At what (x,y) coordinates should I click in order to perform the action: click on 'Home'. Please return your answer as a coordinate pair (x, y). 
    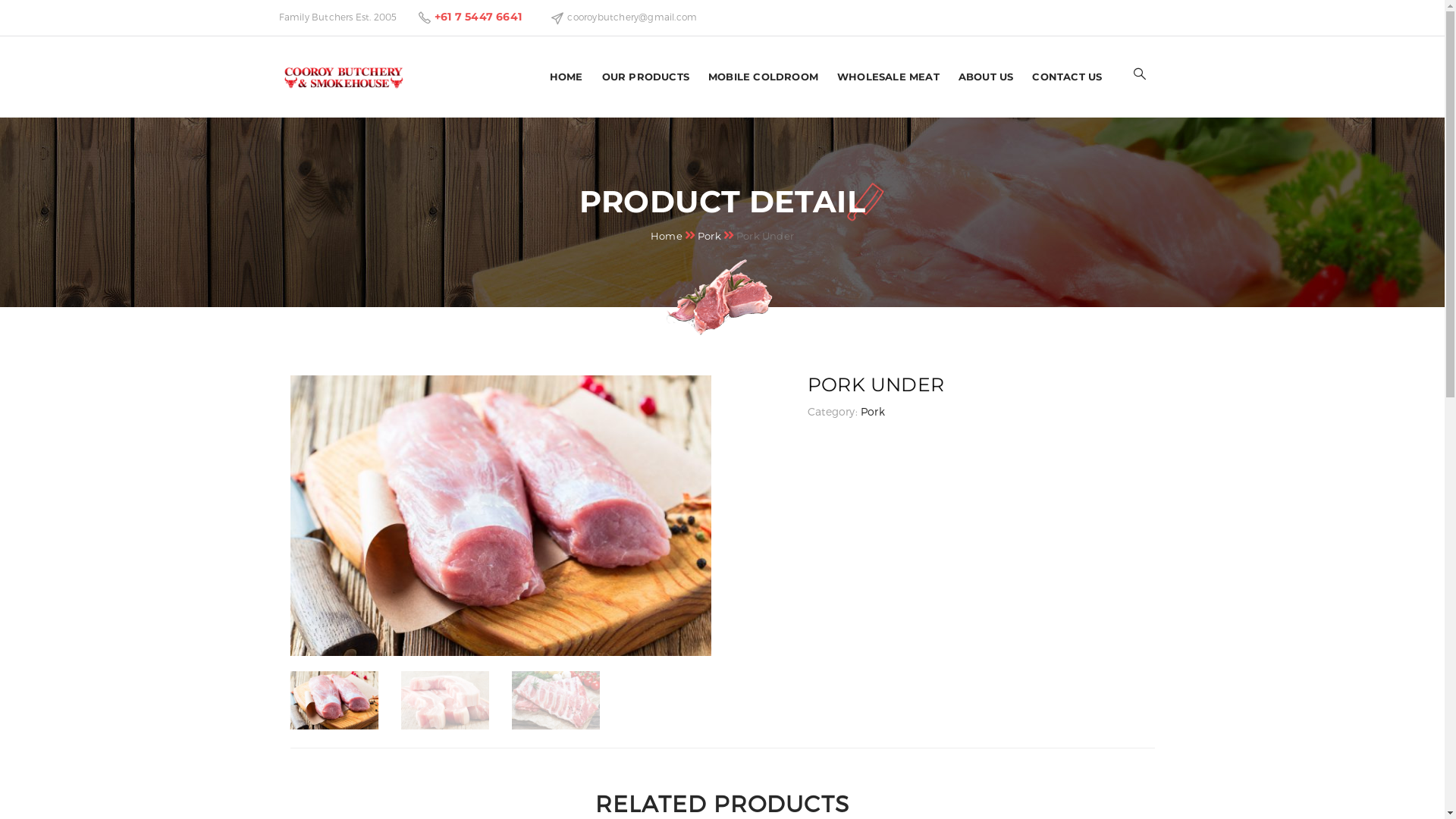
    Looking at the image, I should click on (666, 234).